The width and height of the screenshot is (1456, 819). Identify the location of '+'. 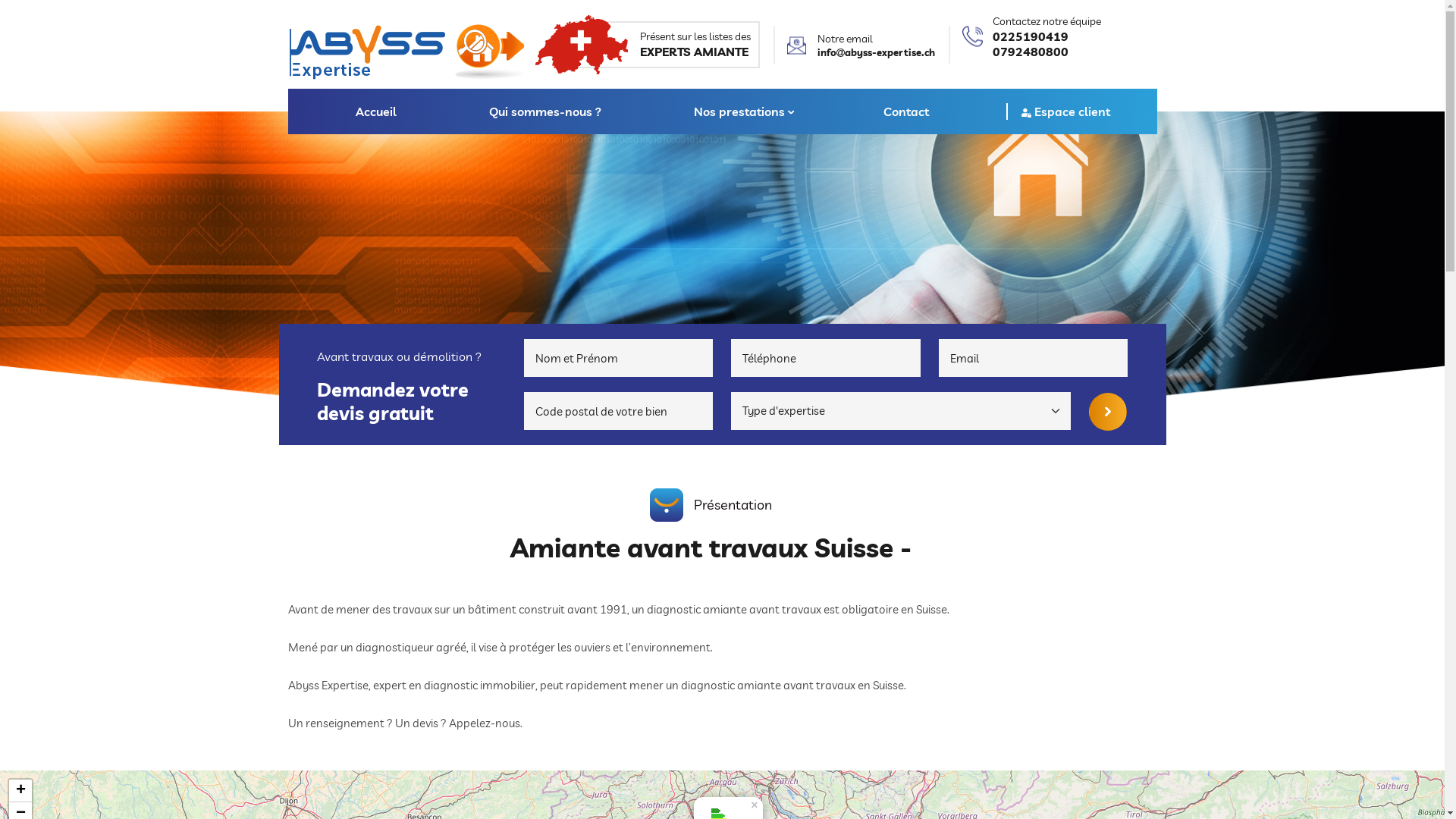
(20, 789).